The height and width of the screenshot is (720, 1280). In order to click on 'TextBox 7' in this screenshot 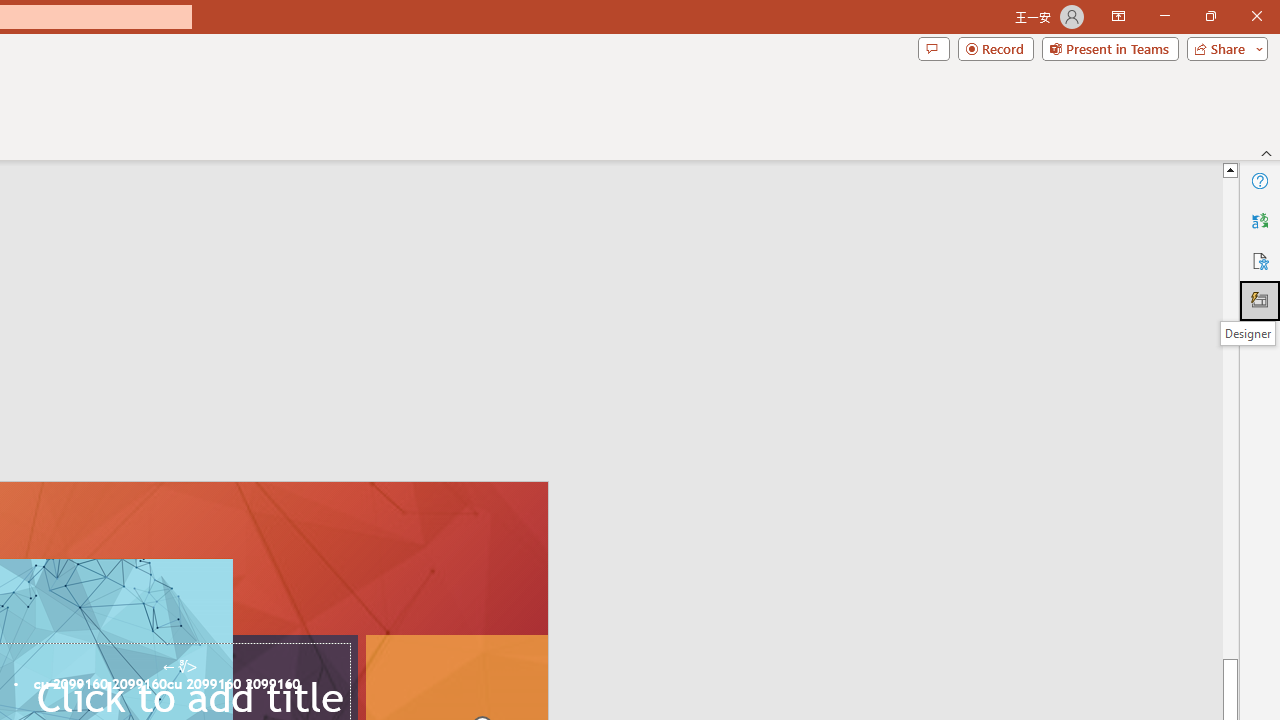, I will do `click(179, 667)`.